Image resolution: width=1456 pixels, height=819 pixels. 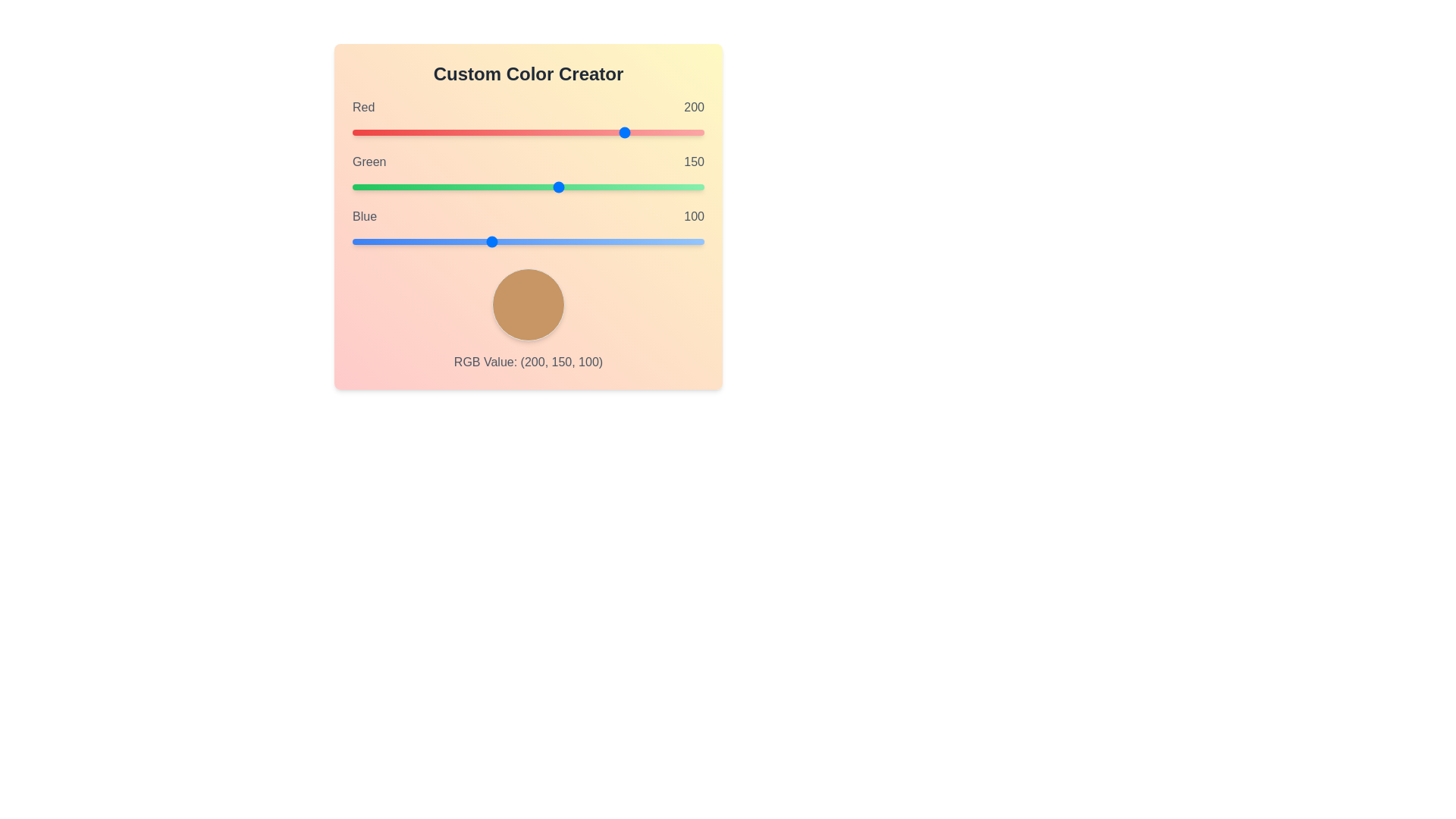 I want to click on the blue slider to set the blue value to 172, so click(x=588, y=241).